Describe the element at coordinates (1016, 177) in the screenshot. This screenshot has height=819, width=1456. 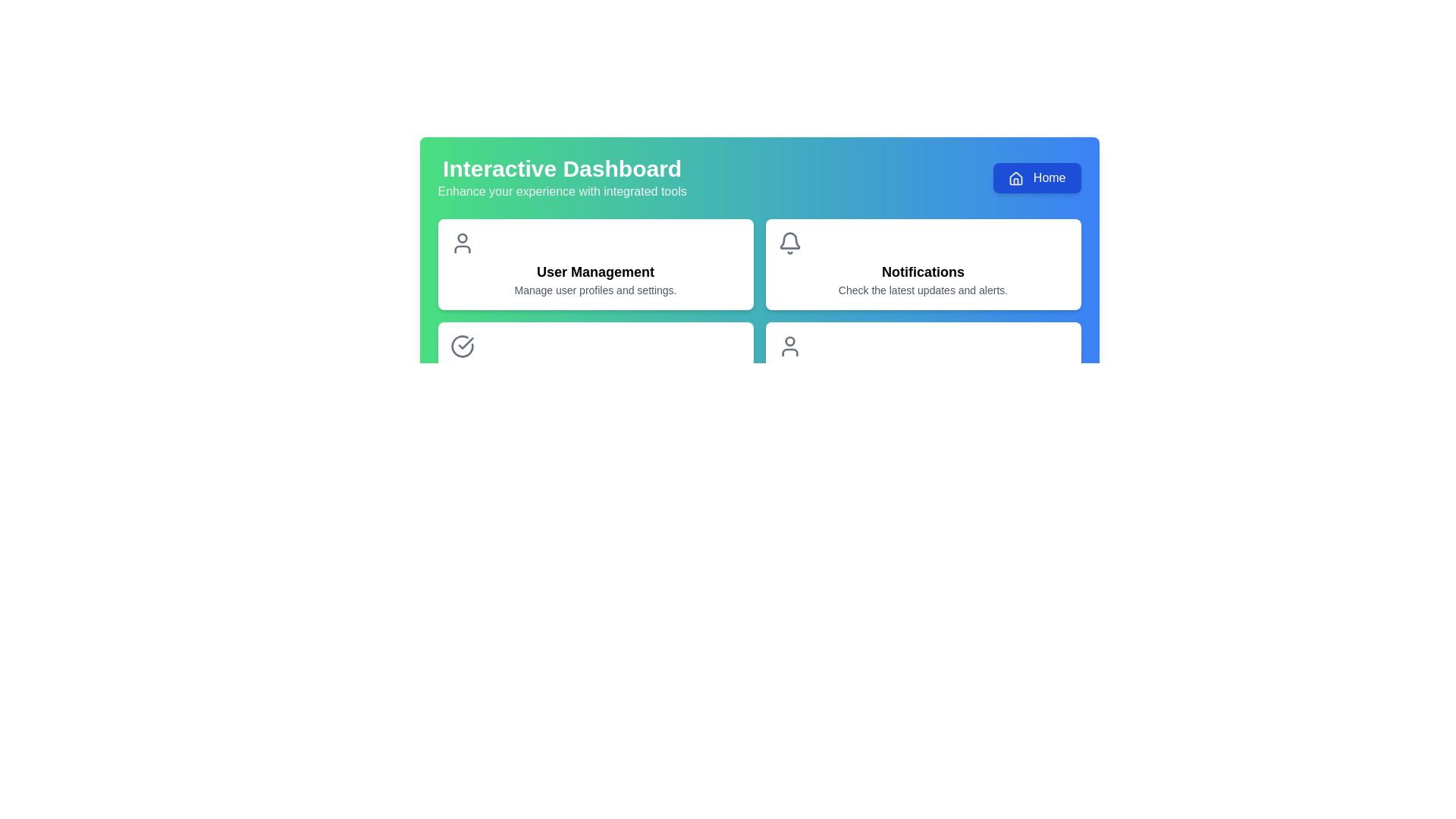
I see `the house-shaped icon within the blue 'Home' button located in the upper-right corner of the interface` at that location.